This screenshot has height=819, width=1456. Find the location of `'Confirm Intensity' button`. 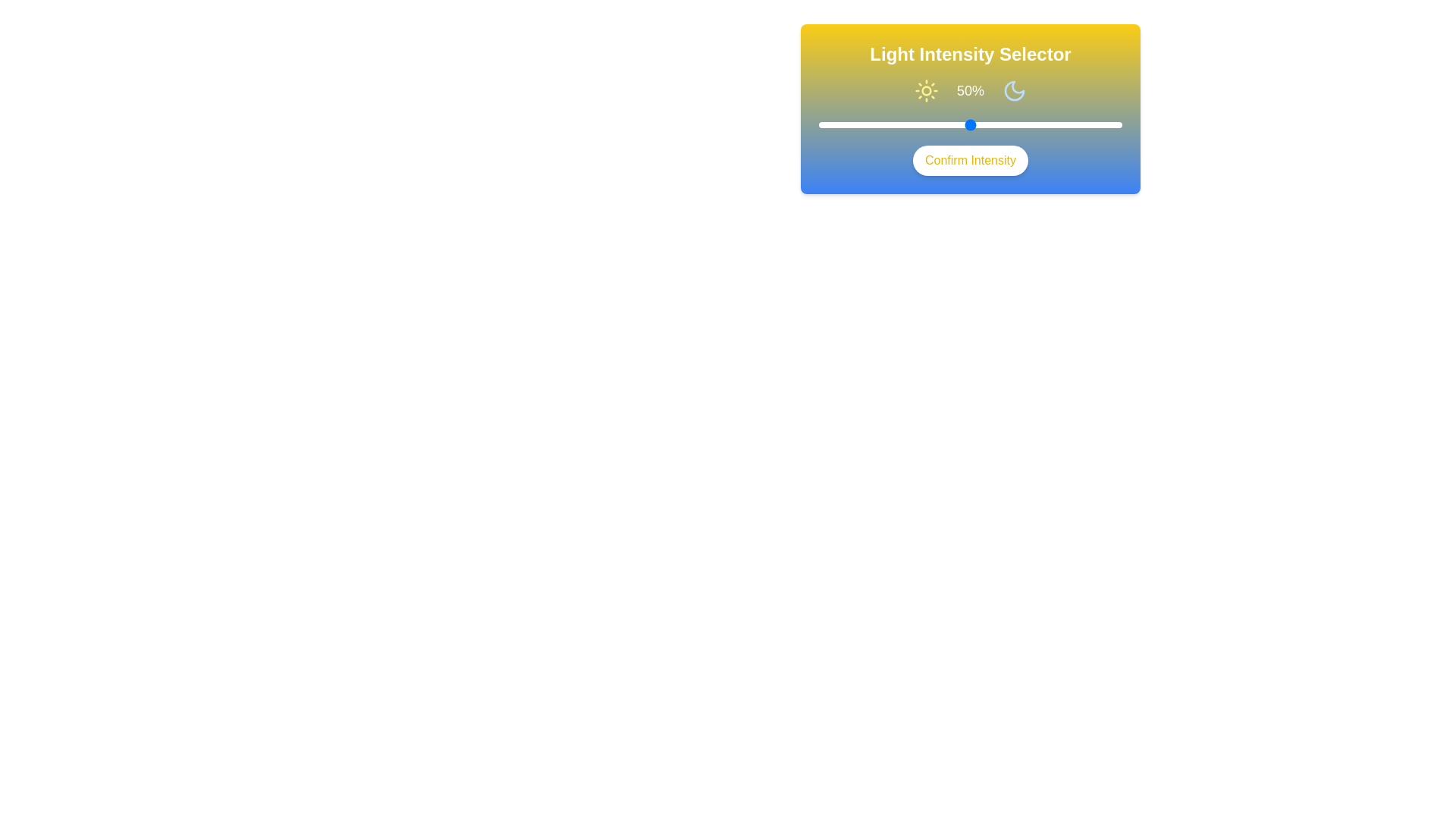

'Confirm Intensity' button is located at coordinates (971, 161).